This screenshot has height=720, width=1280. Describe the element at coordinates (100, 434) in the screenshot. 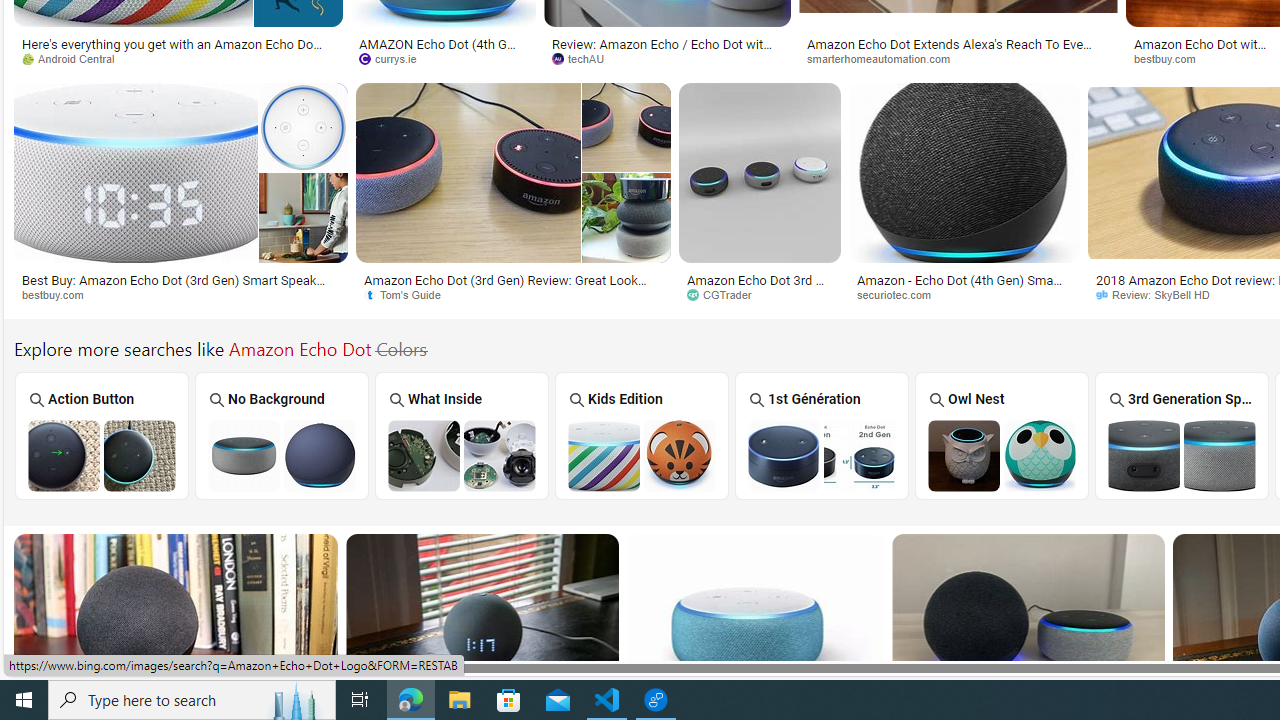

I see `'Amazon Echo Dot Action Button Action Button'` at that location.